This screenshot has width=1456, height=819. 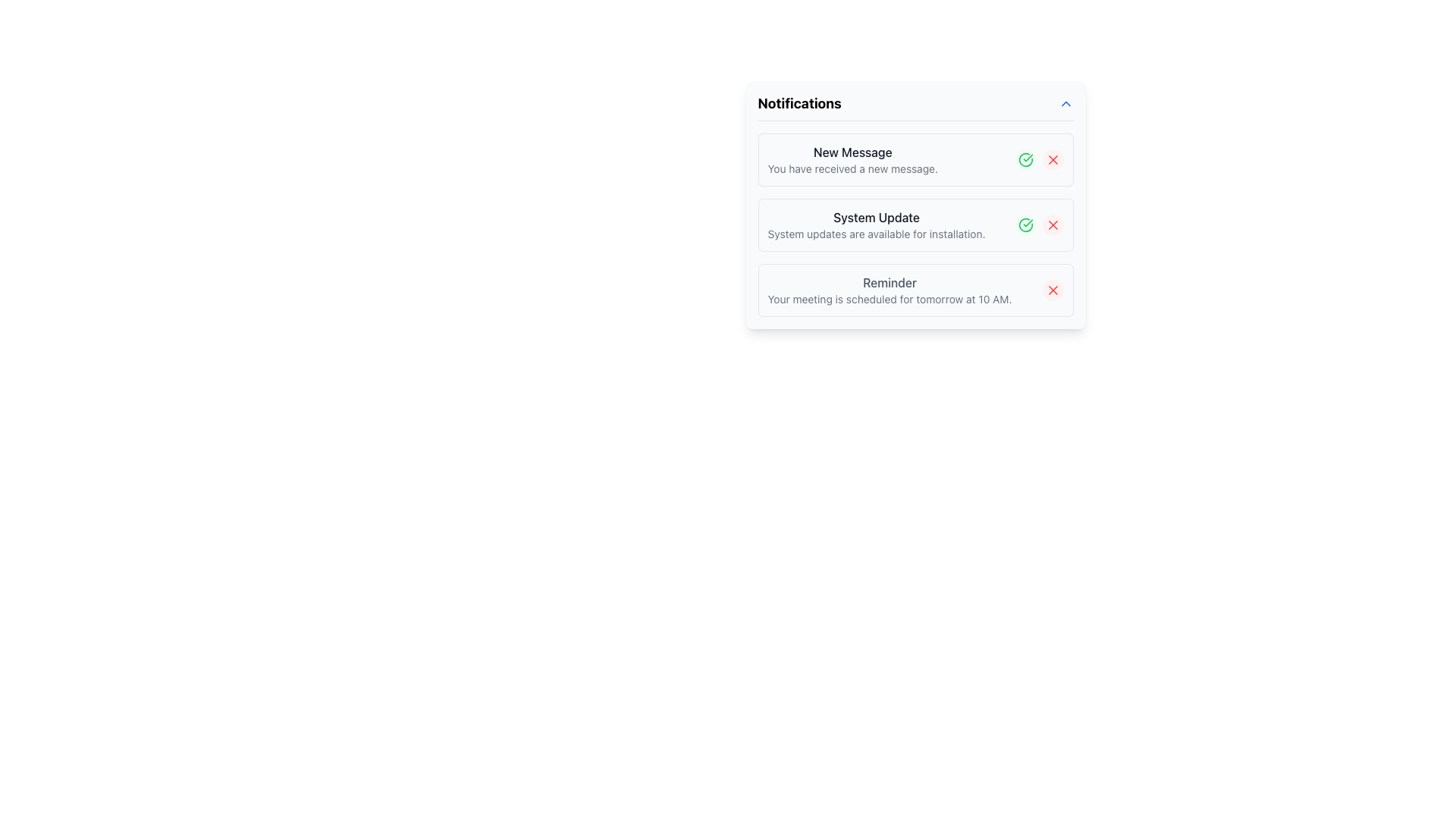 What do you see at coordinates (915, 225) in the screenshot?
I see `text content of the Notification Card located centrally in the vertical stack of notifications, positioned between 'New Message' and 'Reminder'` at bounding box center [915, 225].